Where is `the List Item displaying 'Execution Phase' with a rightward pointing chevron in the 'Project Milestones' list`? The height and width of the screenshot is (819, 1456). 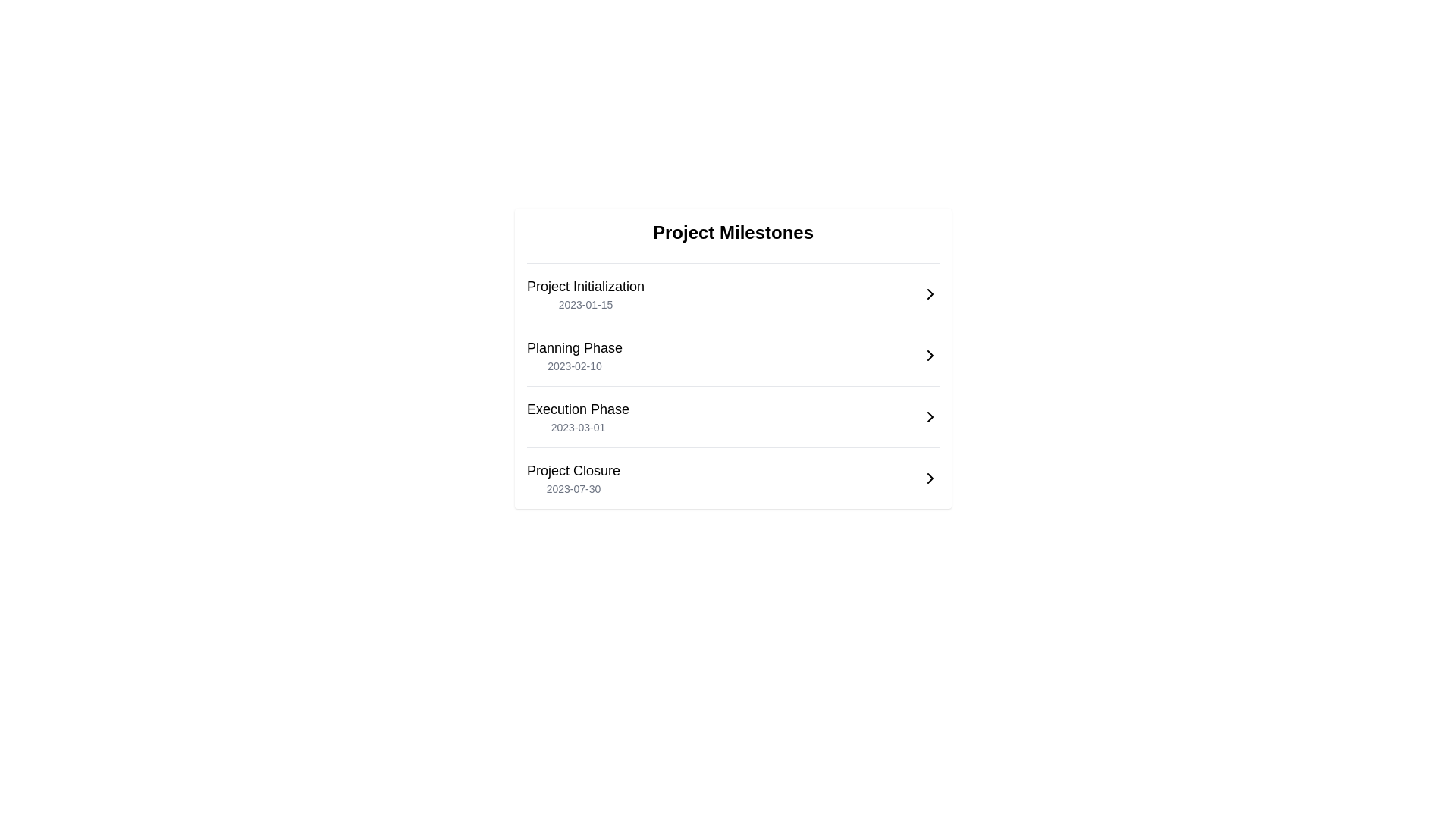
the List Item displaying 'Execution Phase' with a rightward pointing chevron in the 'Project Milestones' list is located at coordinates (733, 410).